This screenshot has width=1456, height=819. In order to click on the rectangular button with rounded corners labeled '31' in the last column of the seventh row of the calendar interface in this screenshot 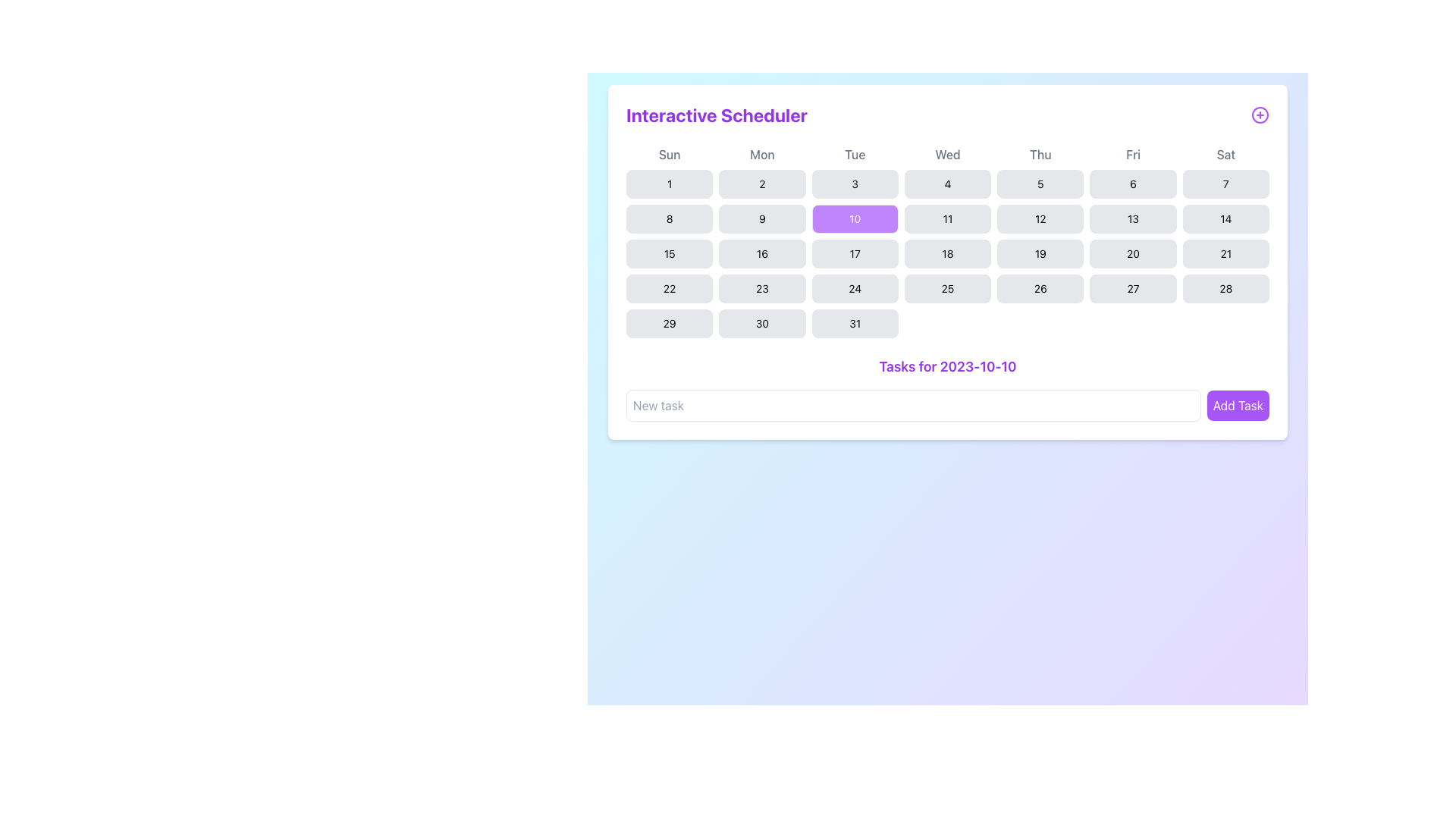, I will do `click(855, 323)`.